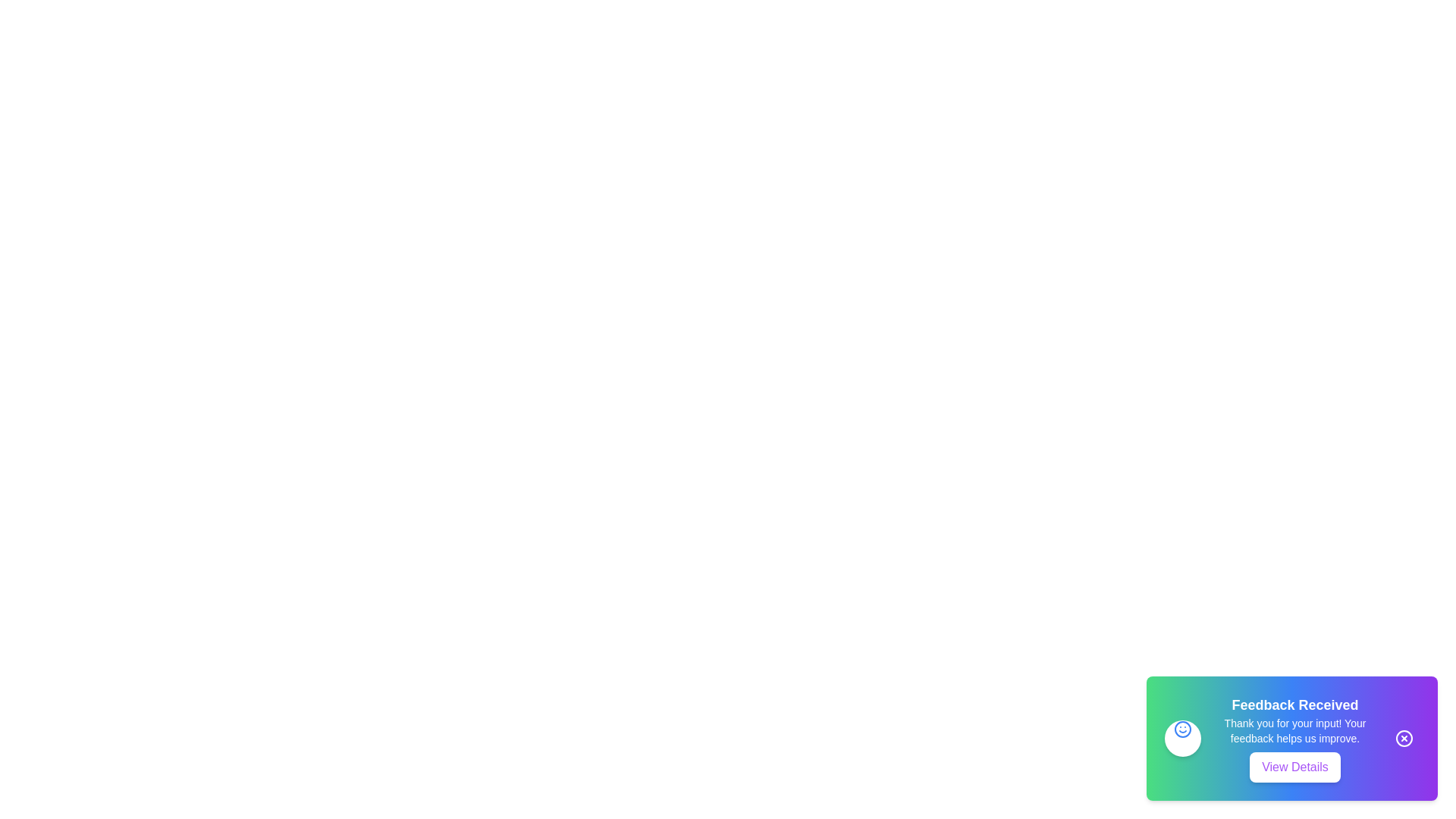  Describe the element at coordinates (1294, 767) in the screenshot. I see `the 'View Details' button to navigate to more information` at that location.